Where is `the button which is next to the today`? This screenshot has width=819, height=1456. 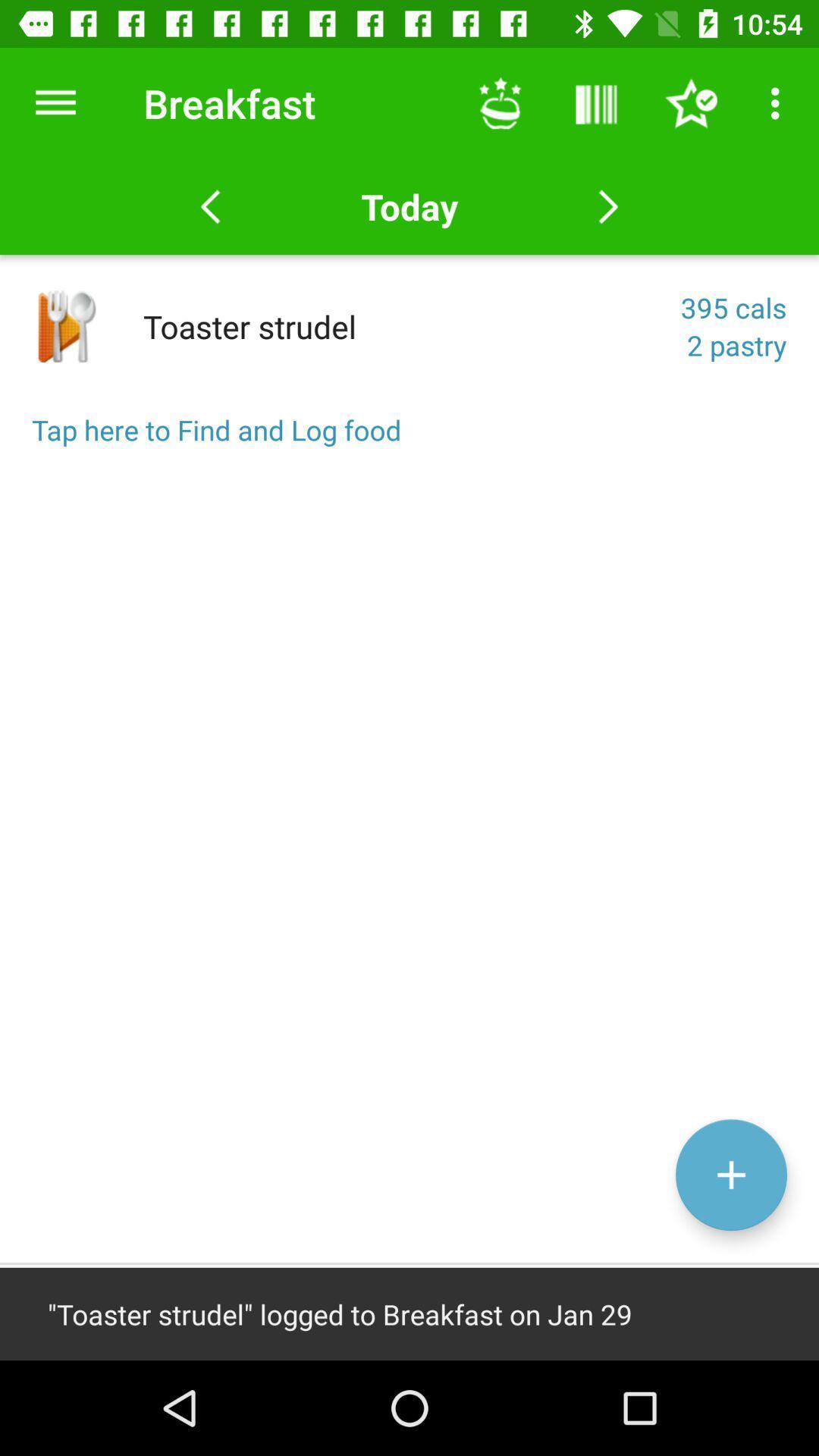 the button which is next to the today is located at coordinates (607, 206).